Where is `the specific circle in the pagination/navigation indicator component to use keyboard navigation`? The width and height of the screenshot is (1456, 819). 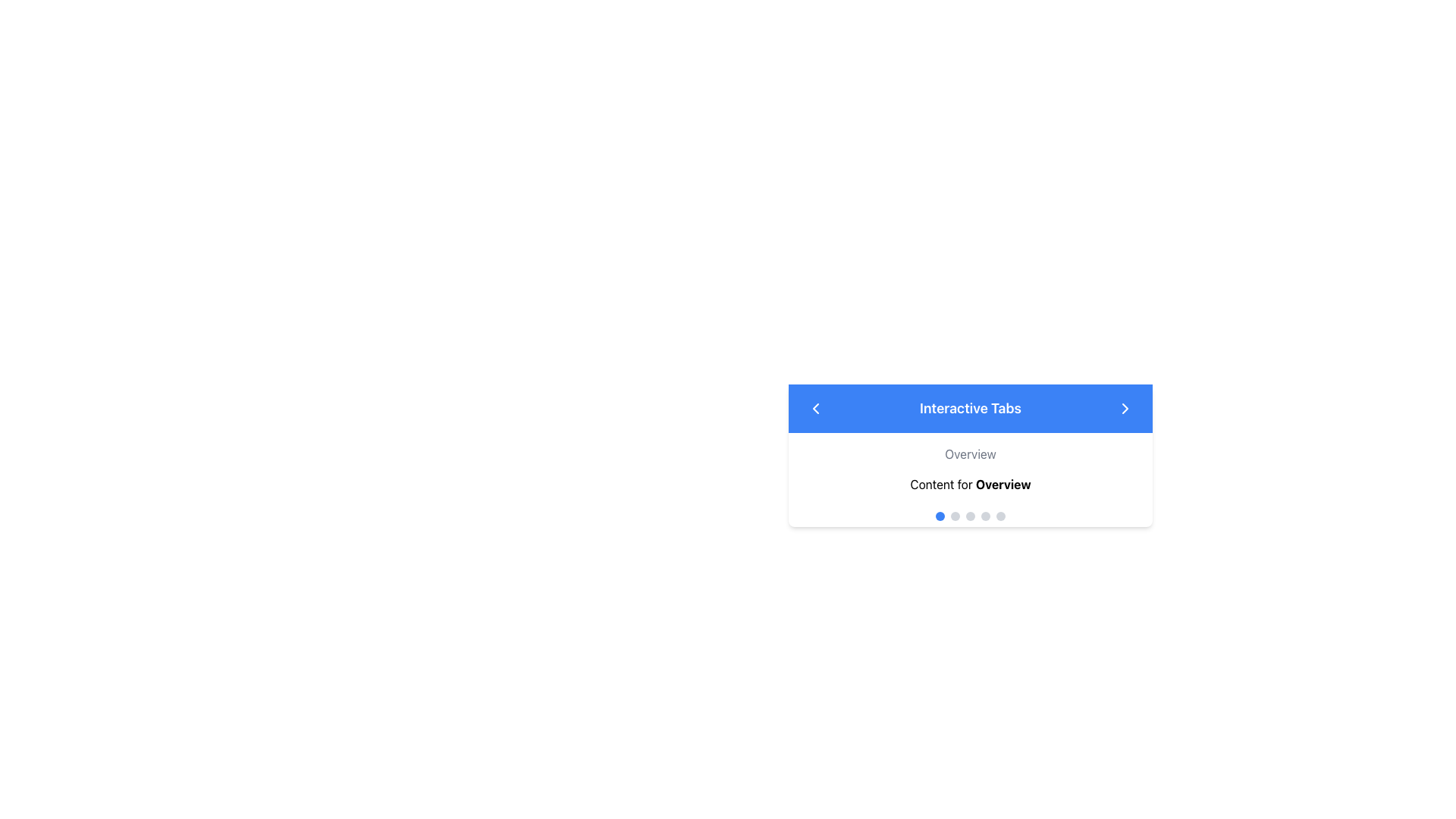
the specific circle in the pagination/navigation indicator component to use keyboard navigation is located at coordinates (971, 516).